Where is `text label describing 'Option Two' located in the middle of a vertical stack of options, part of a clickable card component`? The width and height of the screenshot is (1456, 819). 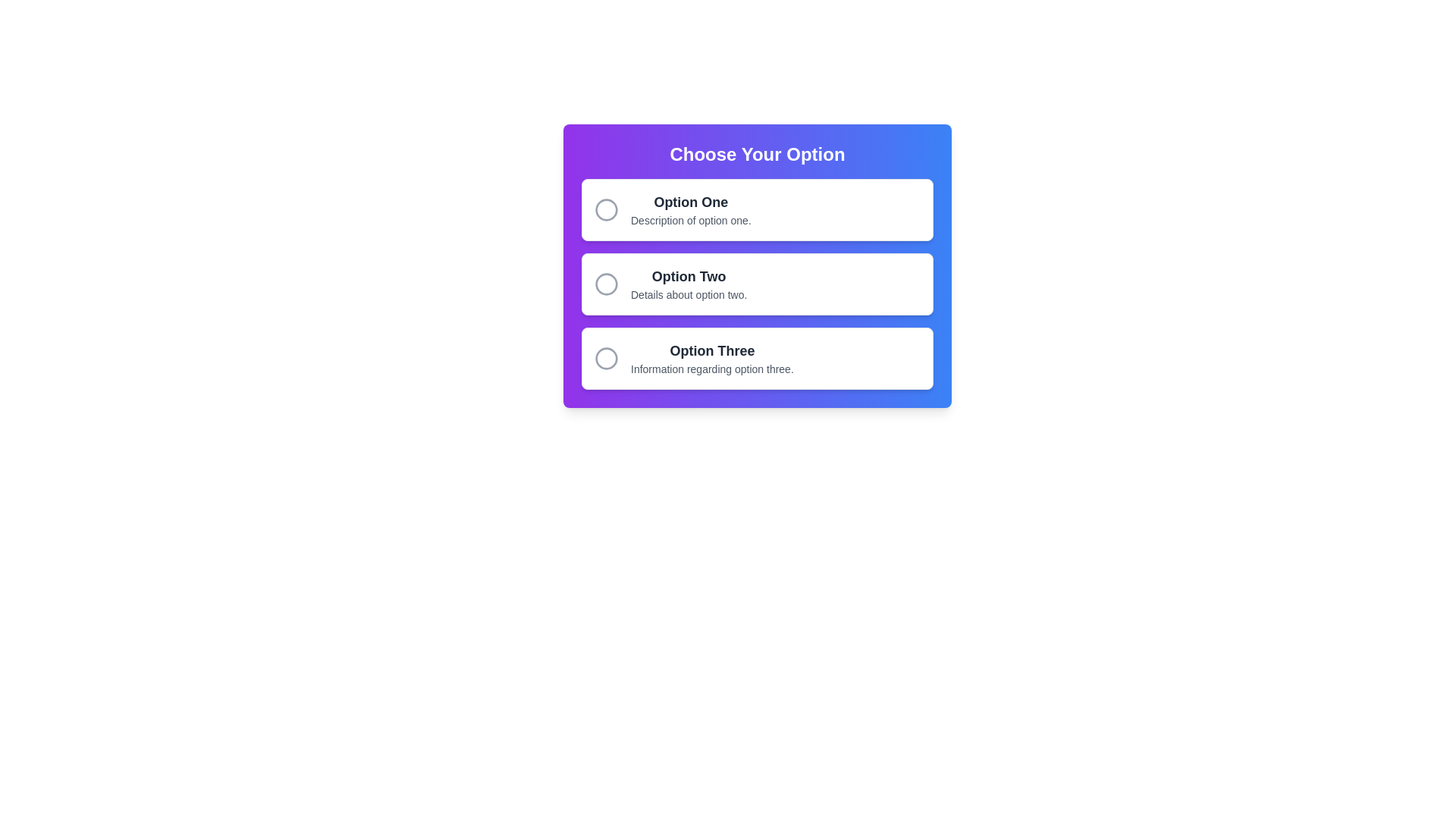 text label describing 'Option Two' located in the middle of a vertical stack of options, part of a clickable card component is located at coordinates (688, 284).